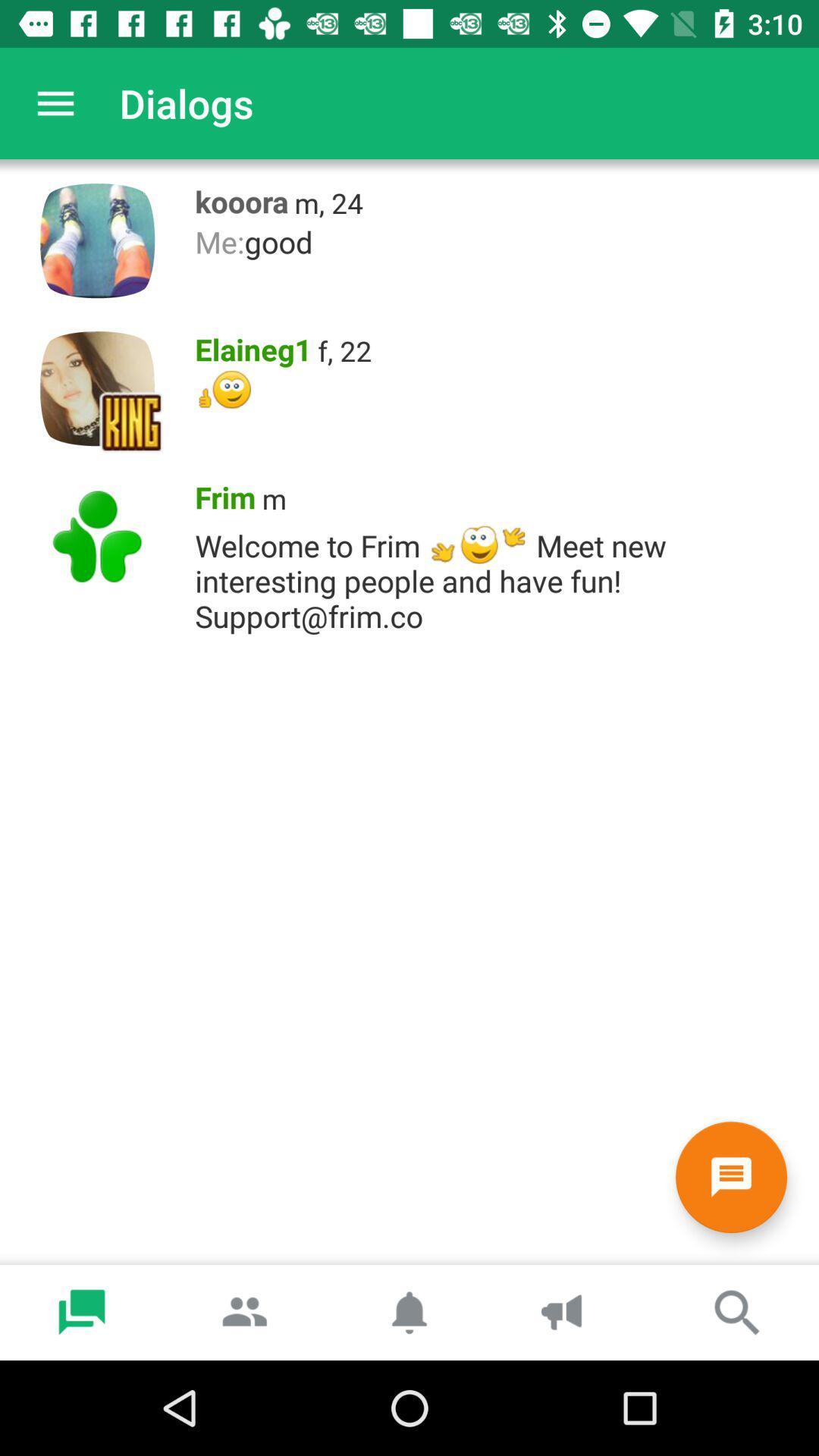  I want to click on item to the right of the elaineg1 item, so click(344, 350).